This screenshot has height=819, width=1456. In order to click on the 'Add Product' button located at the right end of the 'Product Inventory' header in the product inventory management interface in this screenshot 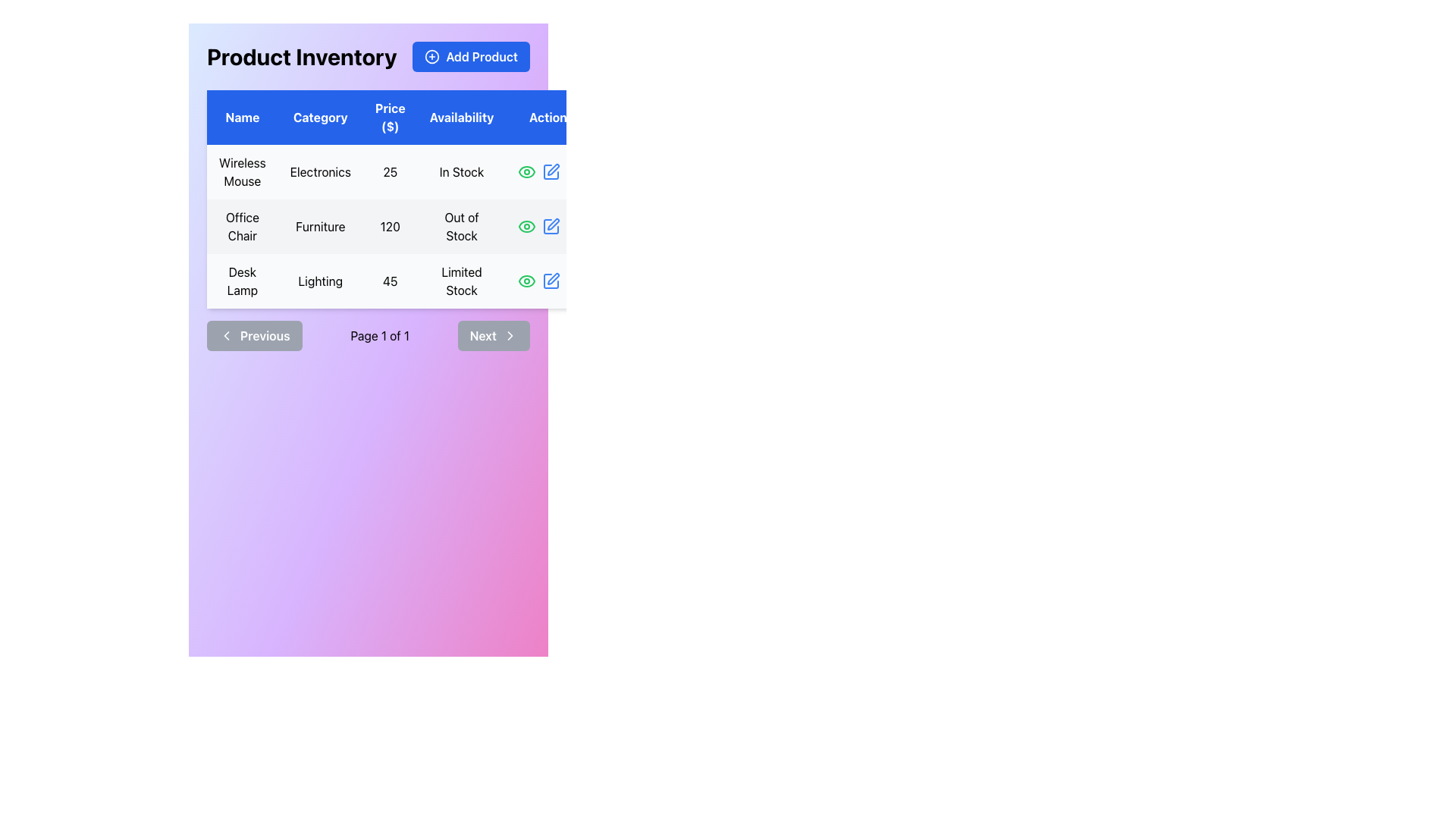, I will do `click(368, 55)`.